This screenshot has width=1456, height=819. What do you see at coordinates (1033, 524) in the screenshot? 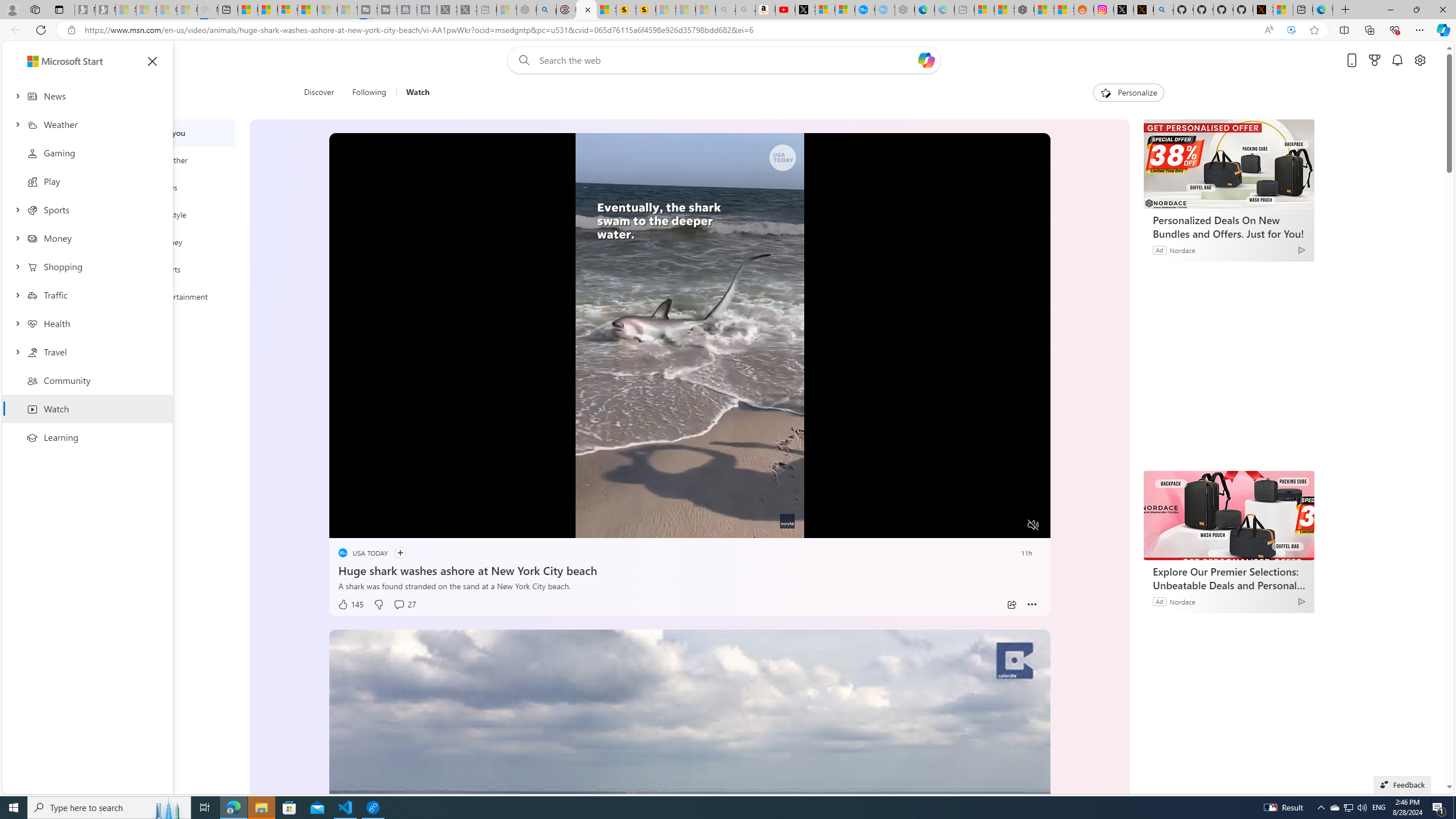
I see `'Unmute'` at bounding box center [1033, 524].